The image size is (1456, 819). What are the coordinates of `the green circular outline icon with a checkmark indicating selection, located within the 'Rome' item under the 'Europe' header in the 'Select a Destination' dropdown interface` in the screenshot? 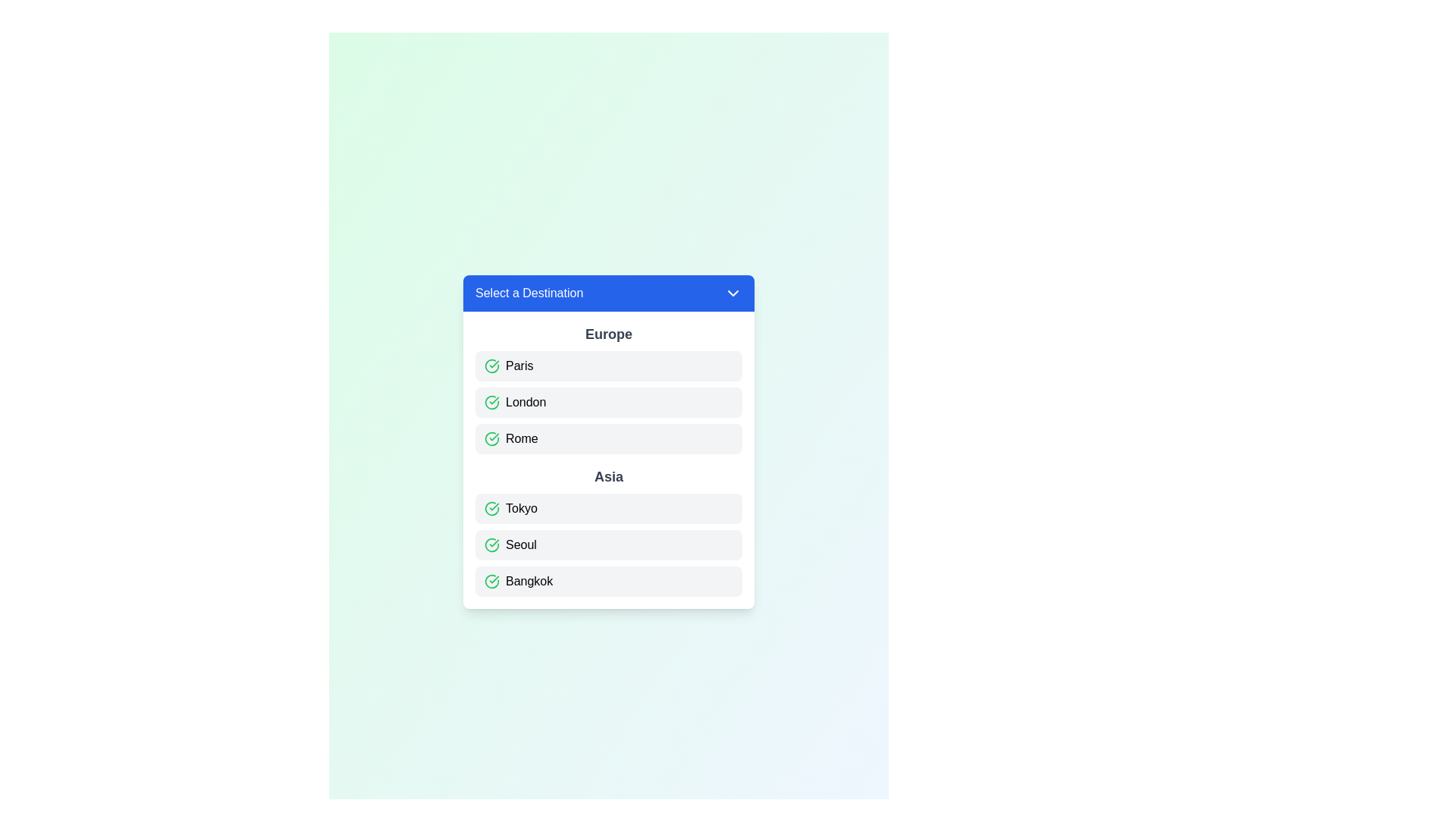 It's located at (491, 438).